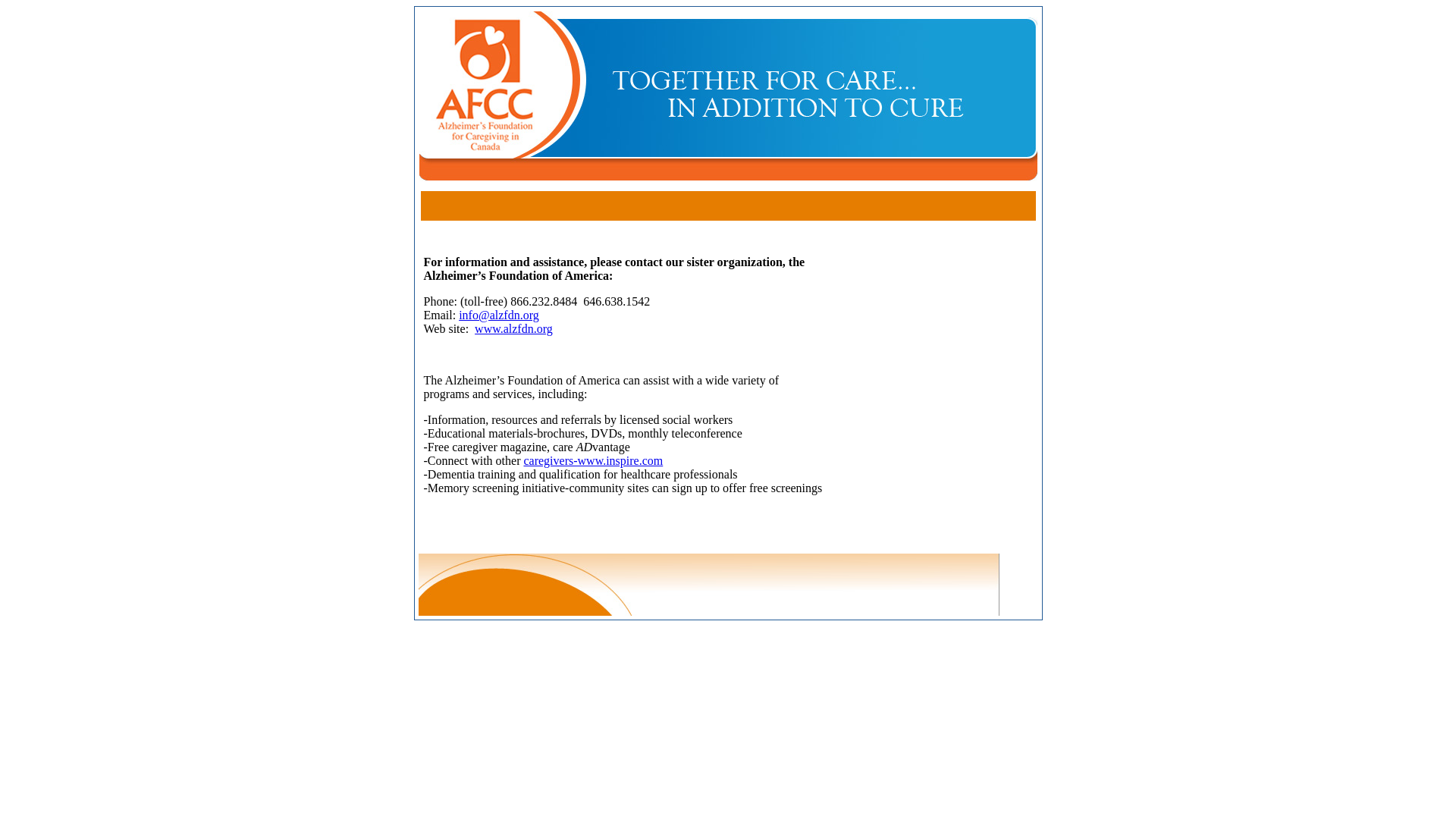 Image resolution: width=1456 pixels, height=819 pixels. I want to click on 'caregivers-www.inspire.com', so click(523, 460).